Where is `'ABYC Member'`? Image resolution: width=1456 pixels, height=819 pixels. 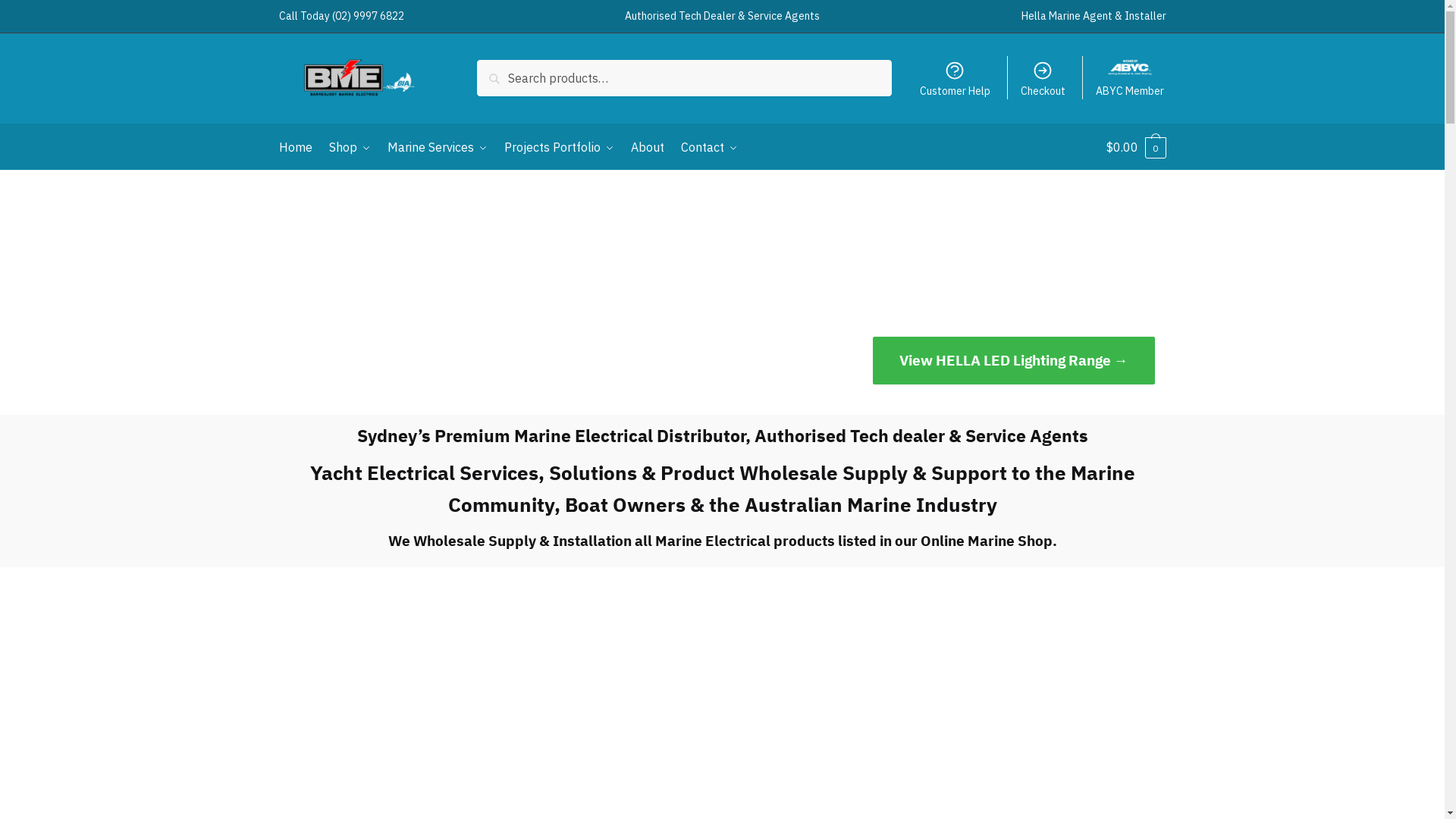 'ABYC Member' is located at coordinates (1129, 78).